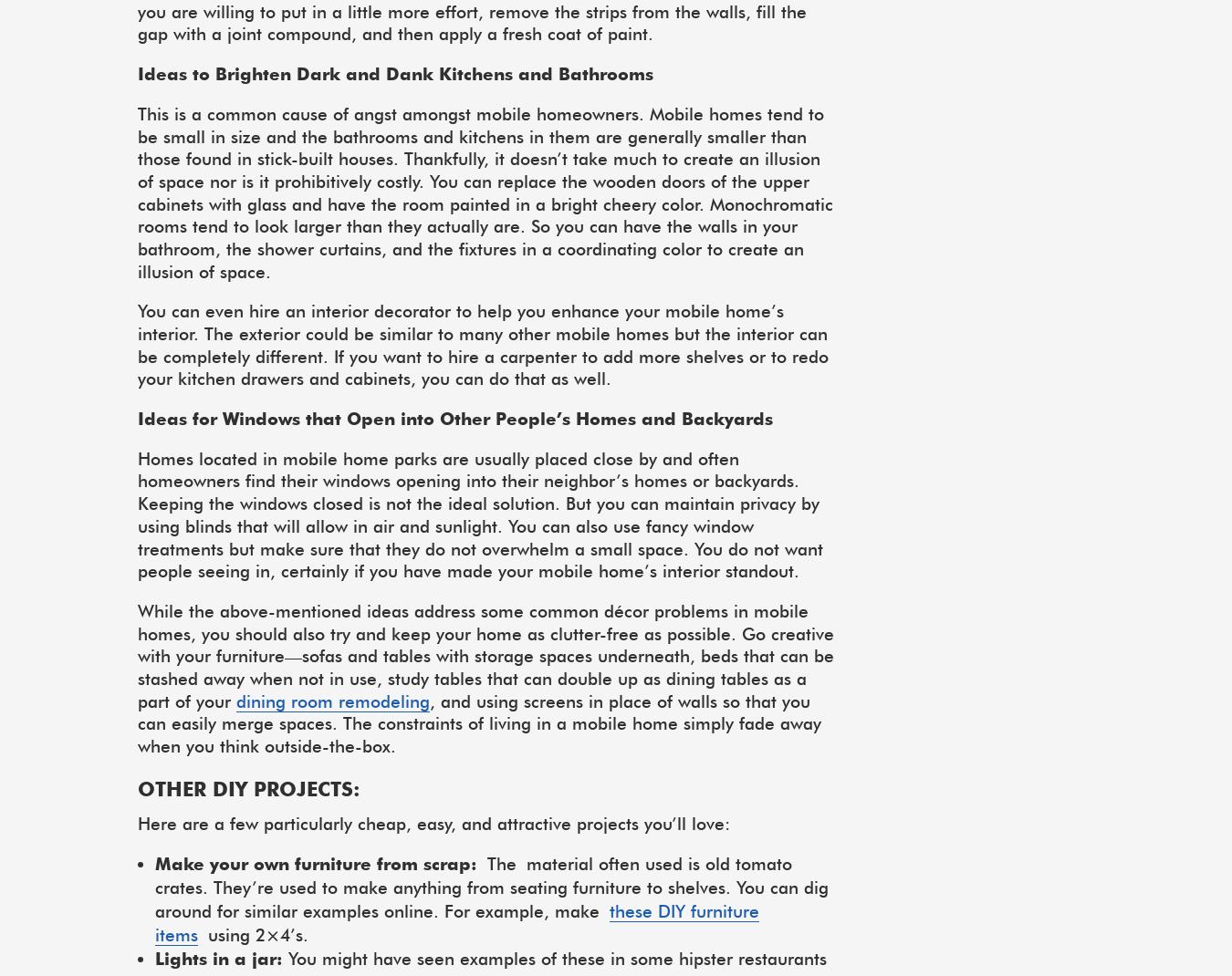 The width and height of the screenshot is (1232, 976). I want to click on 'You can even hire an interior decorator to help you enhance your mobile home’s interior. The exterior could be similar to many other mobile homes but the interior can be completely different. If you want to hire a carpenter to add more shelves or to redo your kitchen drawers and cabinets, you can do that as well.', so click(138, 344).